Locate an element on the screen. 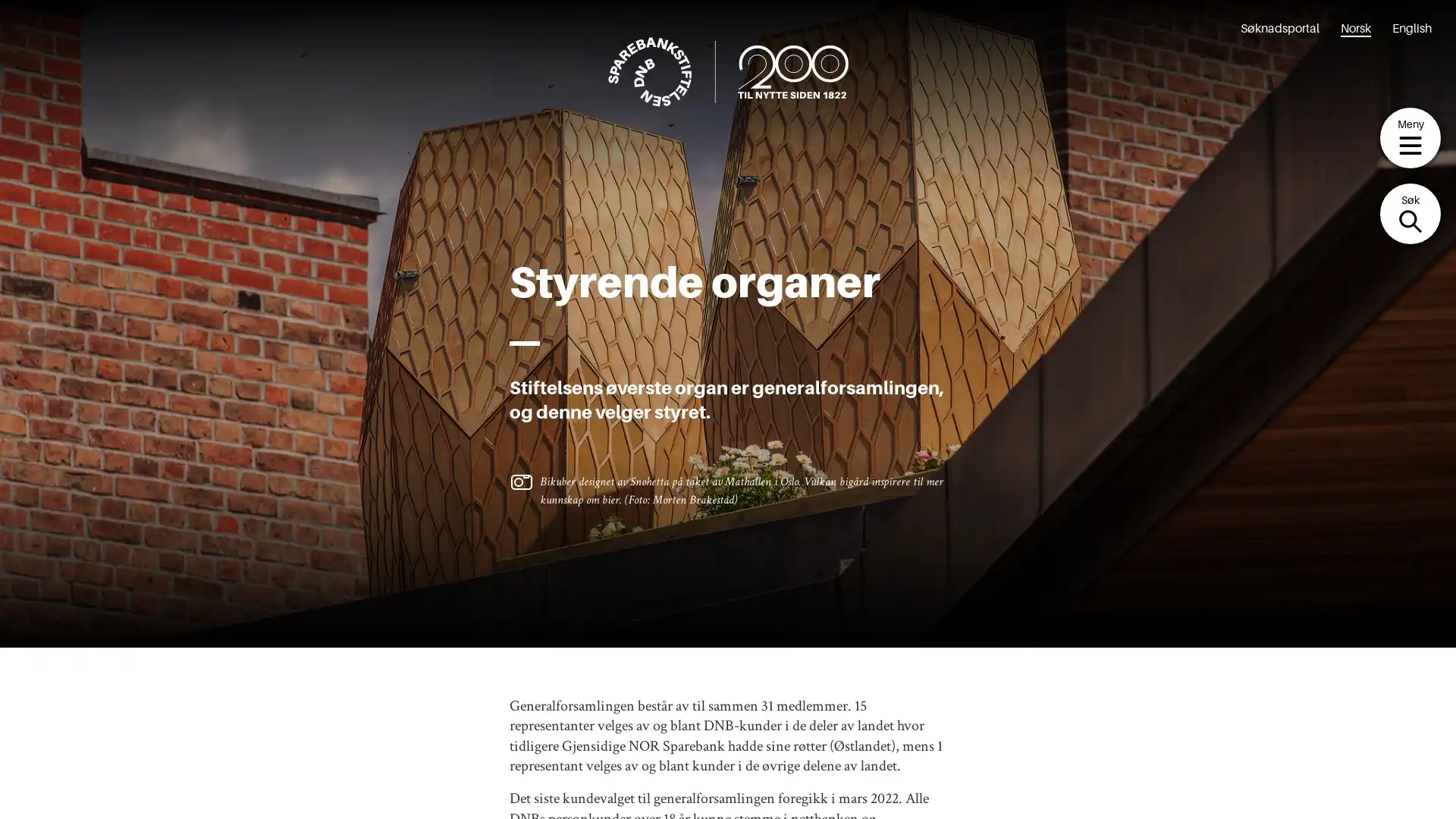 This screenshot has width=1456, height=819. Kun ndvendige is located at coordinates (723, 375).